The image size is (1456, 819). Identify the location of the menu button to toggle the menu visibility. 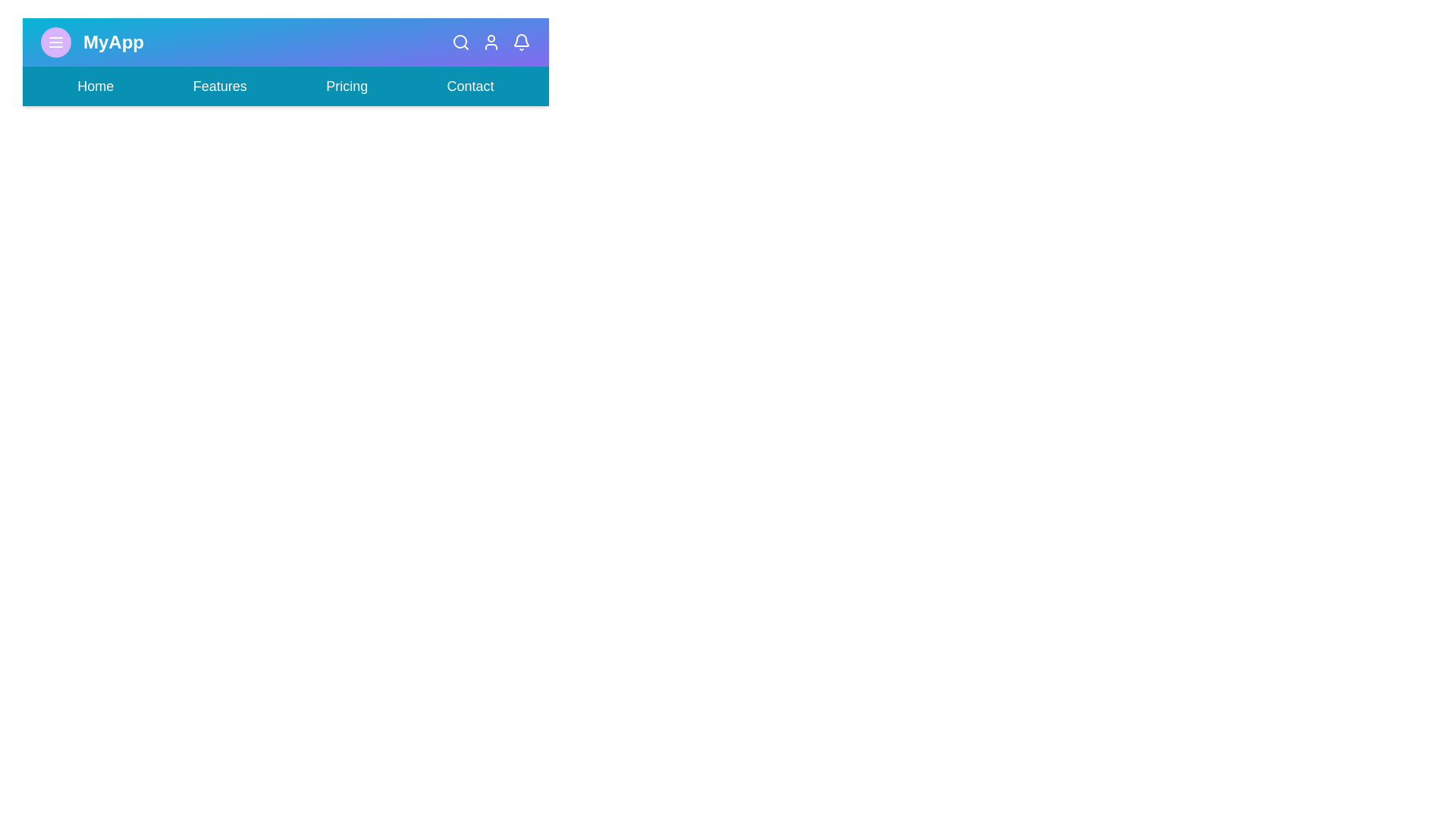
(55, 42).